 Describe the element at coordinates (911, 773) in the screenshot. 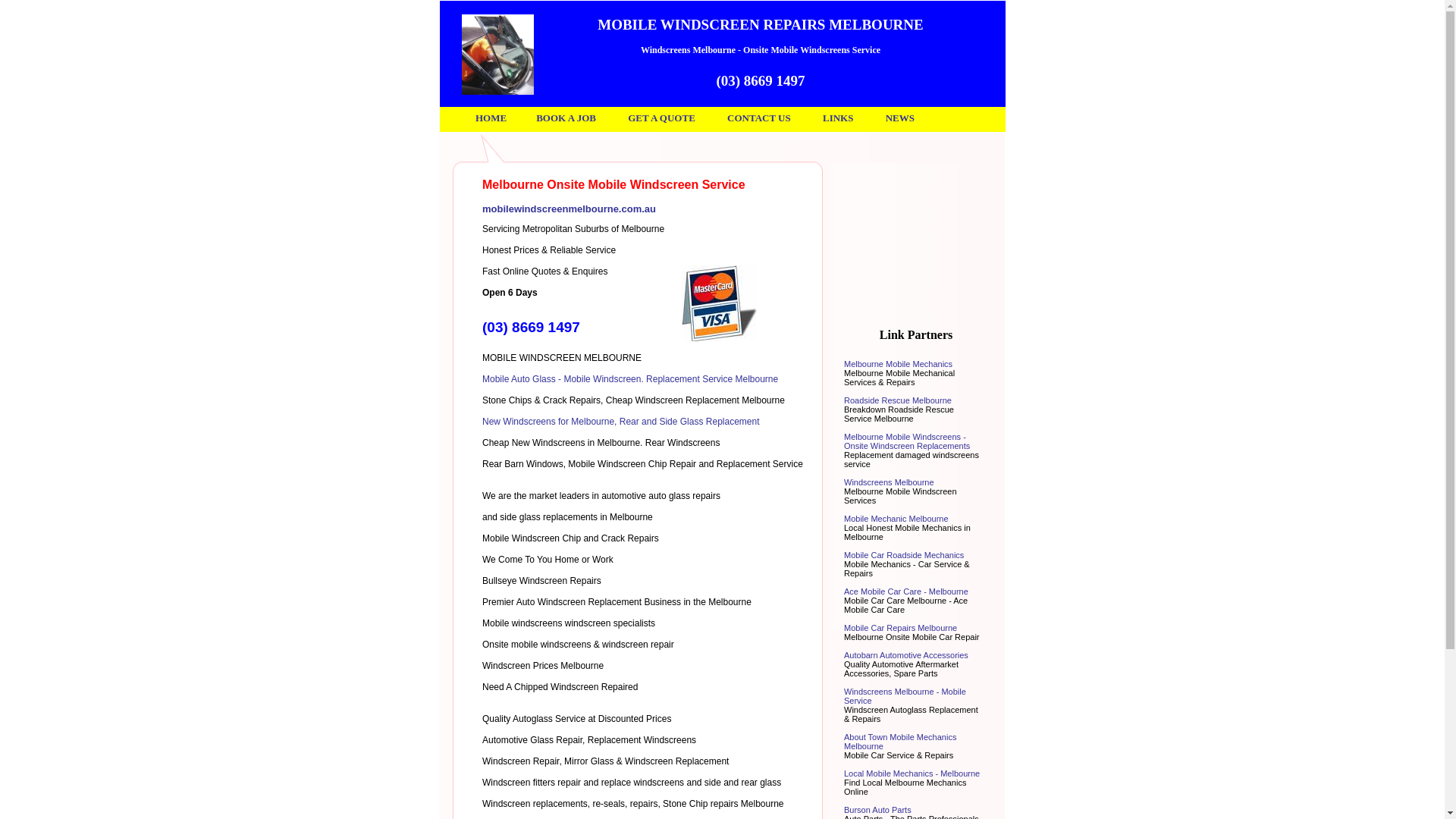

I see `'Local Mobile Mechanics - Melbourne'` at that location.